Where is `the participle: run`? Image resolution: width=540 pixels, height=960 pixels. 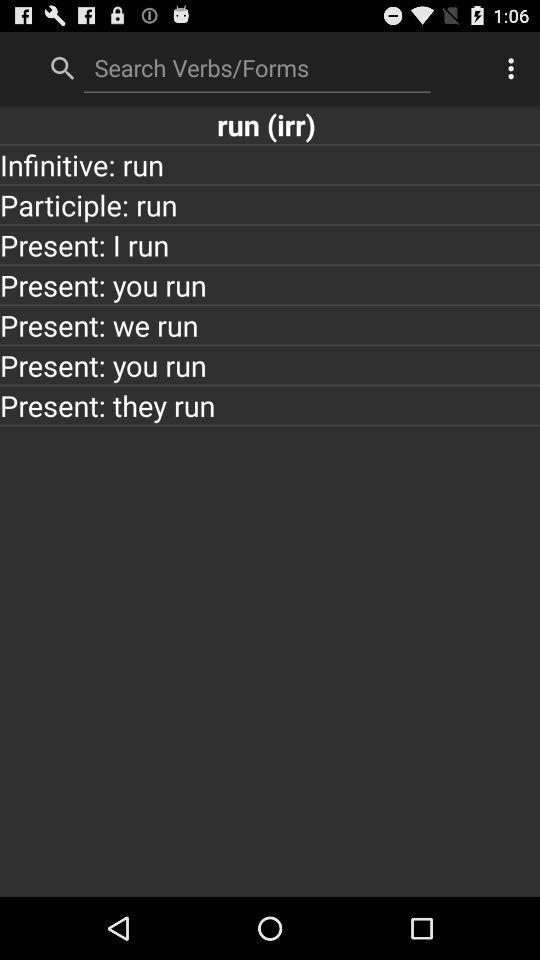 the participle: run is located at coordinates (270, 204).